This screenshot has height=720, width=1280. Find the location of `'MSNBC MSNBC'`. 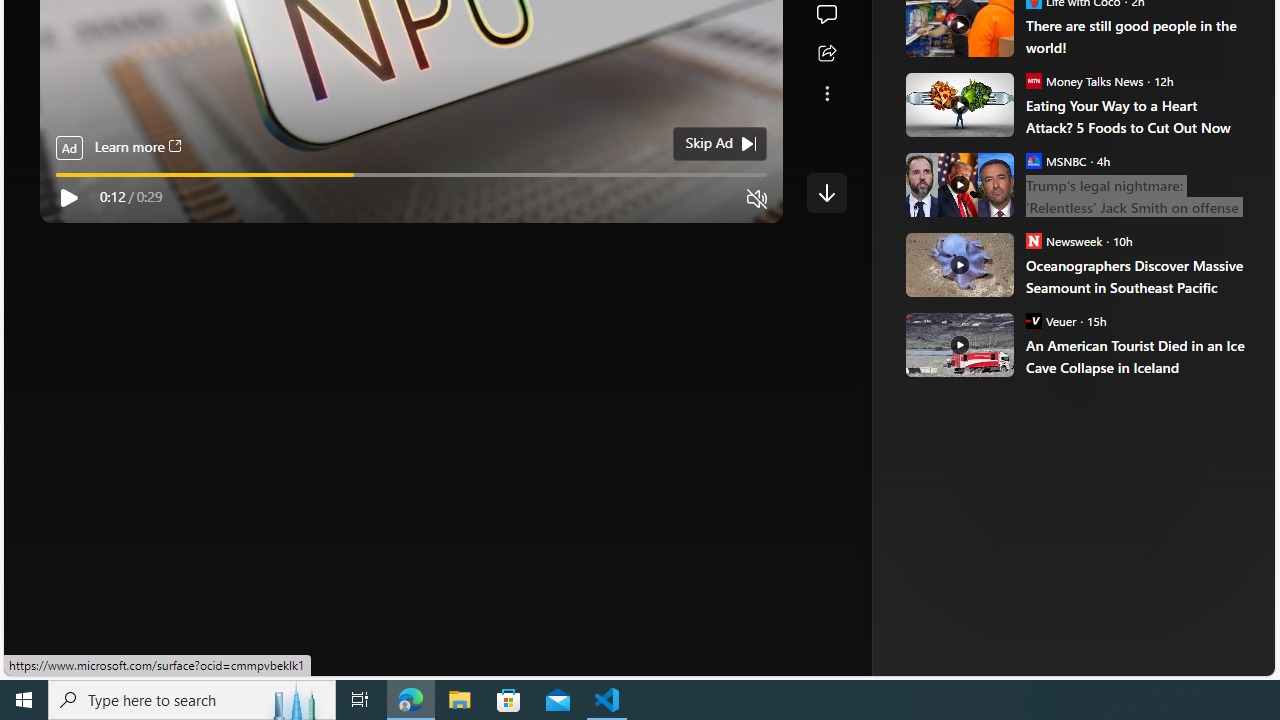

'MSNBC MSNBC' is located at coordinates (1055, 159).